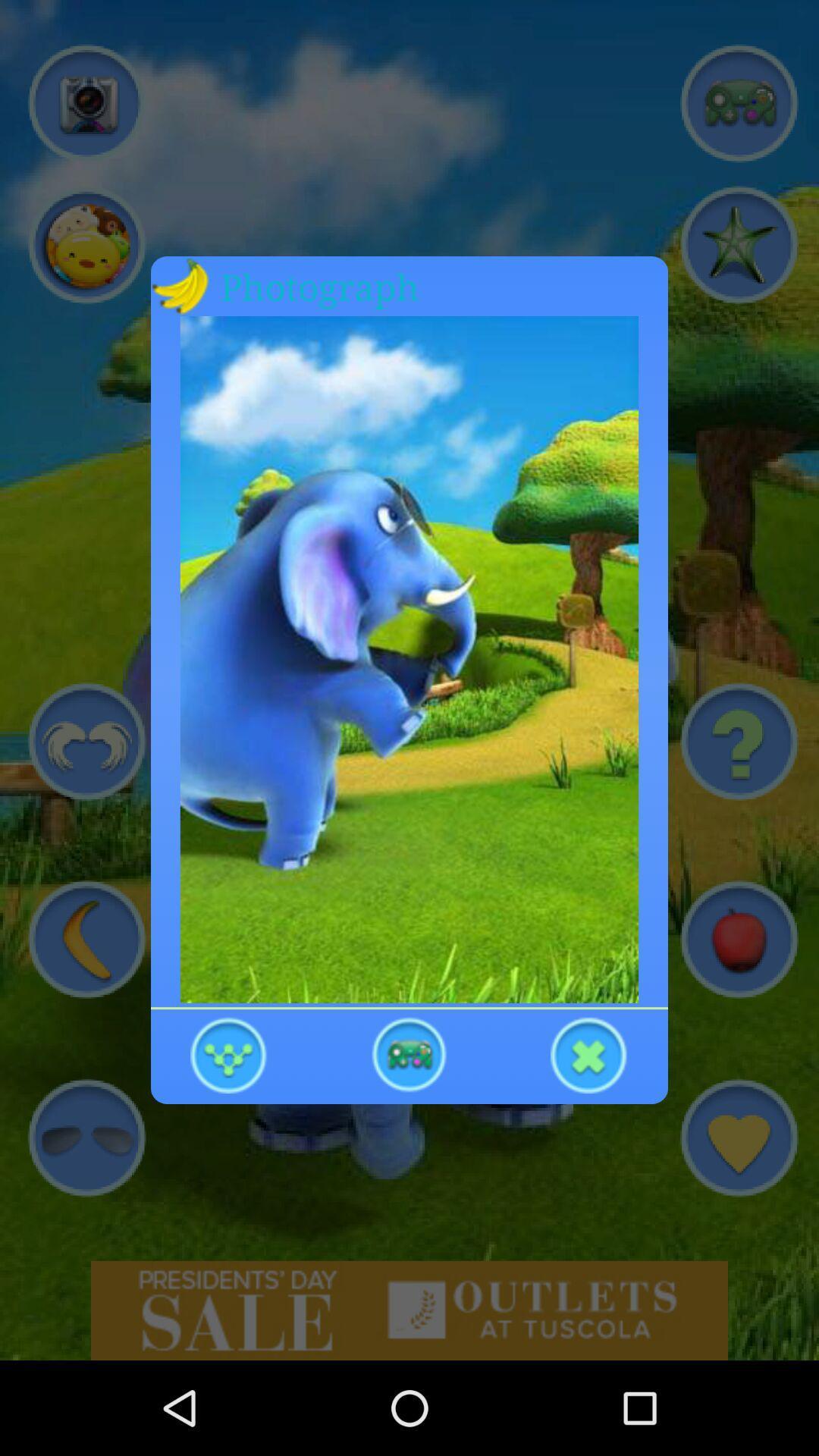  I want to click on exit screen, so click(588, 1053).